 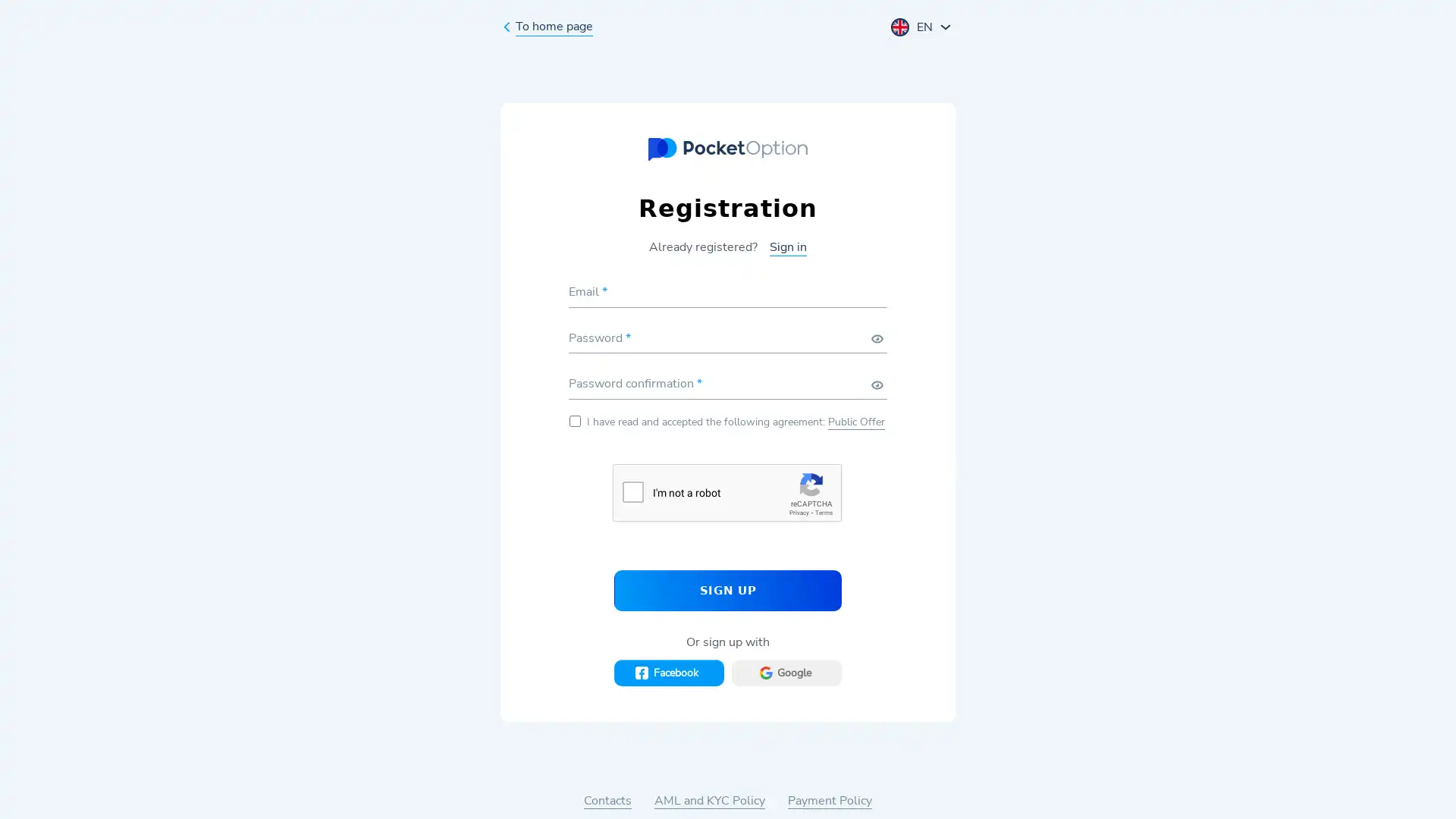 I want to click on SIGN UP, so click(x=728, y=589).